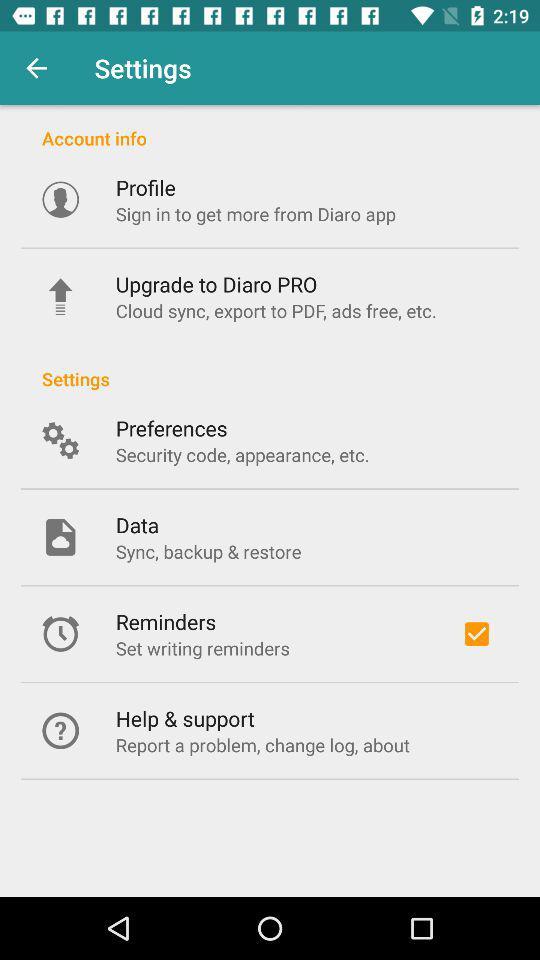 The height and width of the screenshot is (960, 540). Describe the element at coordinates (185, 718) in the screenshot. I see `icon below the set writing reminders icon` at that location.